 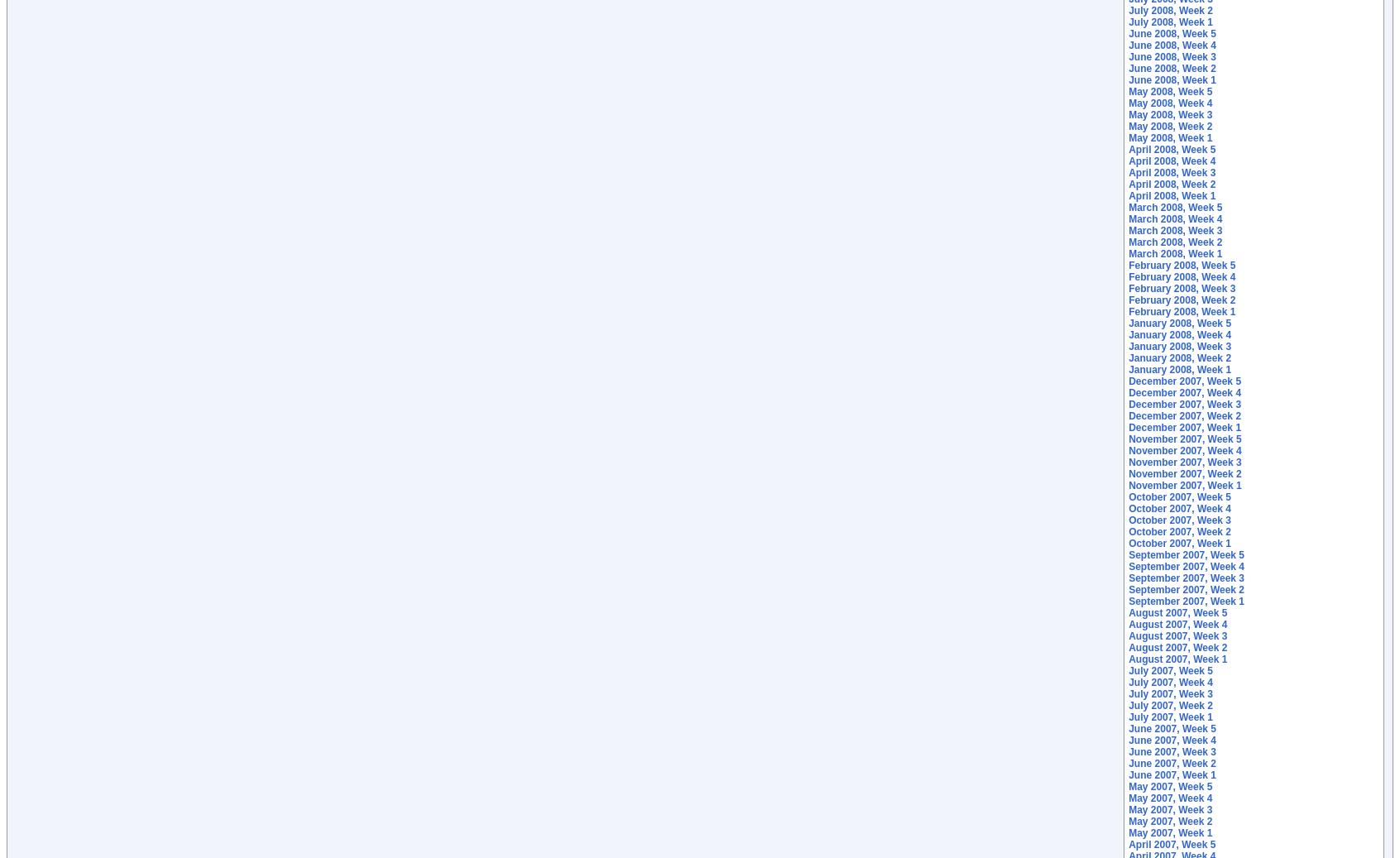 I want to click on 'April 2008, Week 4', so click(x=1171, y=160).